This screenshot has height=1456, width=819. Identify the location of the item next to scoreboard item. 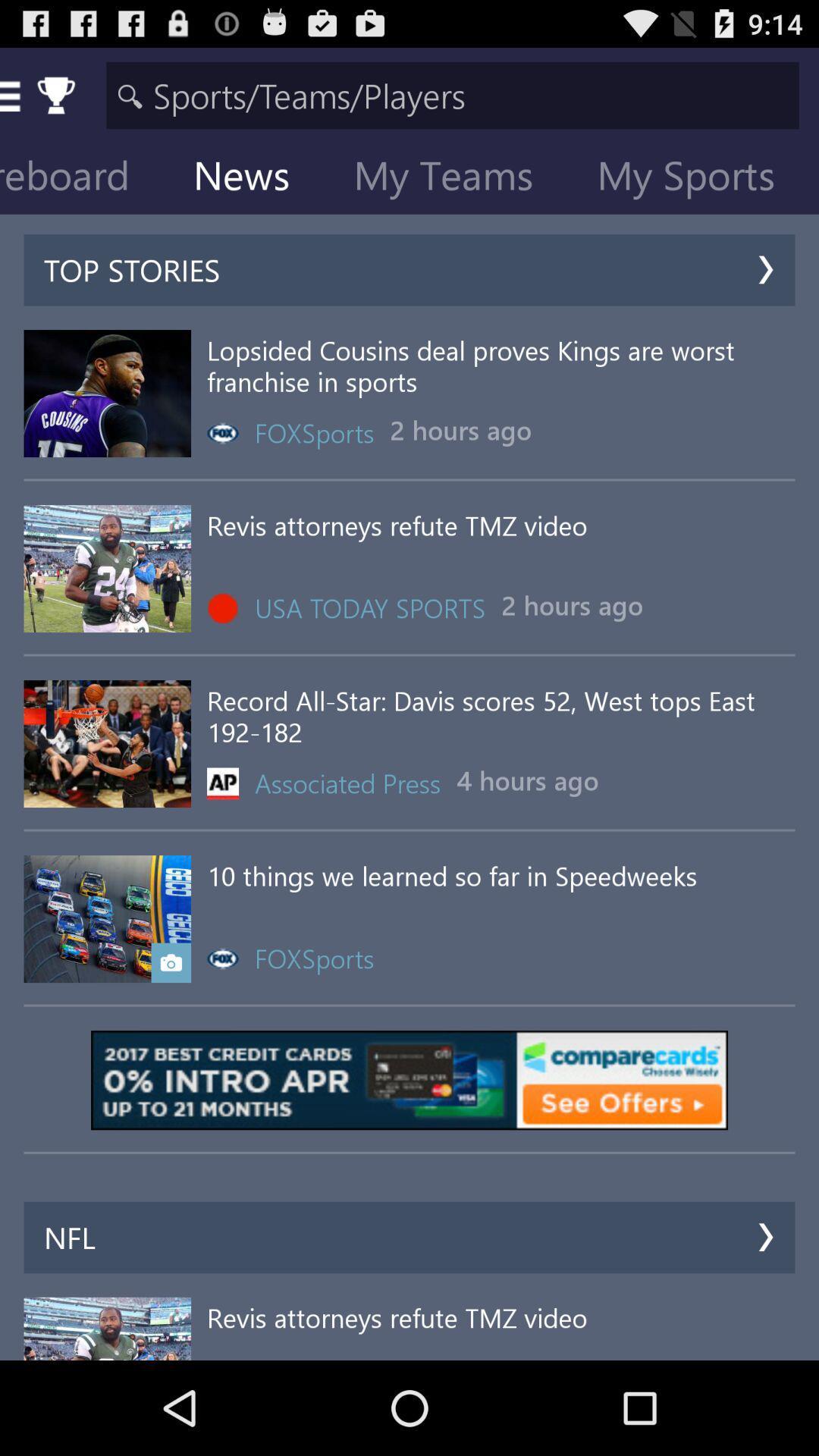
(253, 178).